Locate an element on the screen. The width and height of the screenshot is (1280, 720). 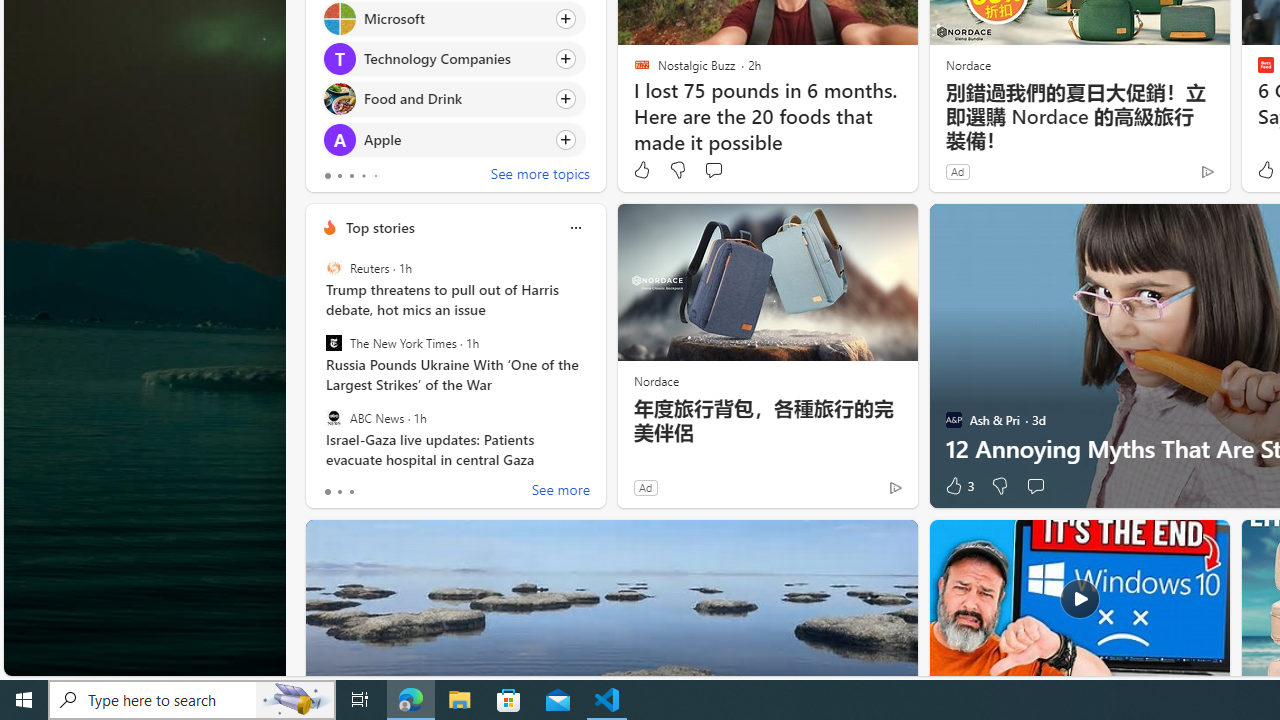
'tab-2' is located at coordinates (352, 492).